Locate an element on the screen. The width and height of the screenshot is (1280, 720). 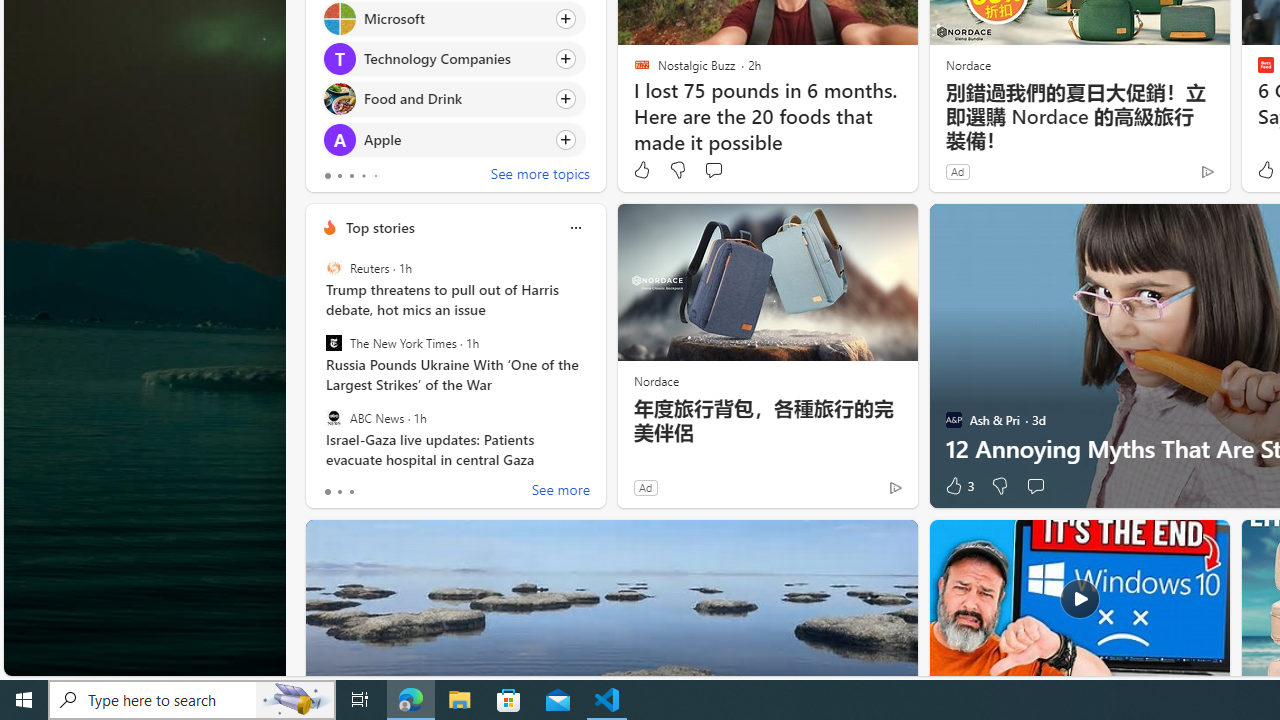
'tab-2' is located at coordinates (352, 492).